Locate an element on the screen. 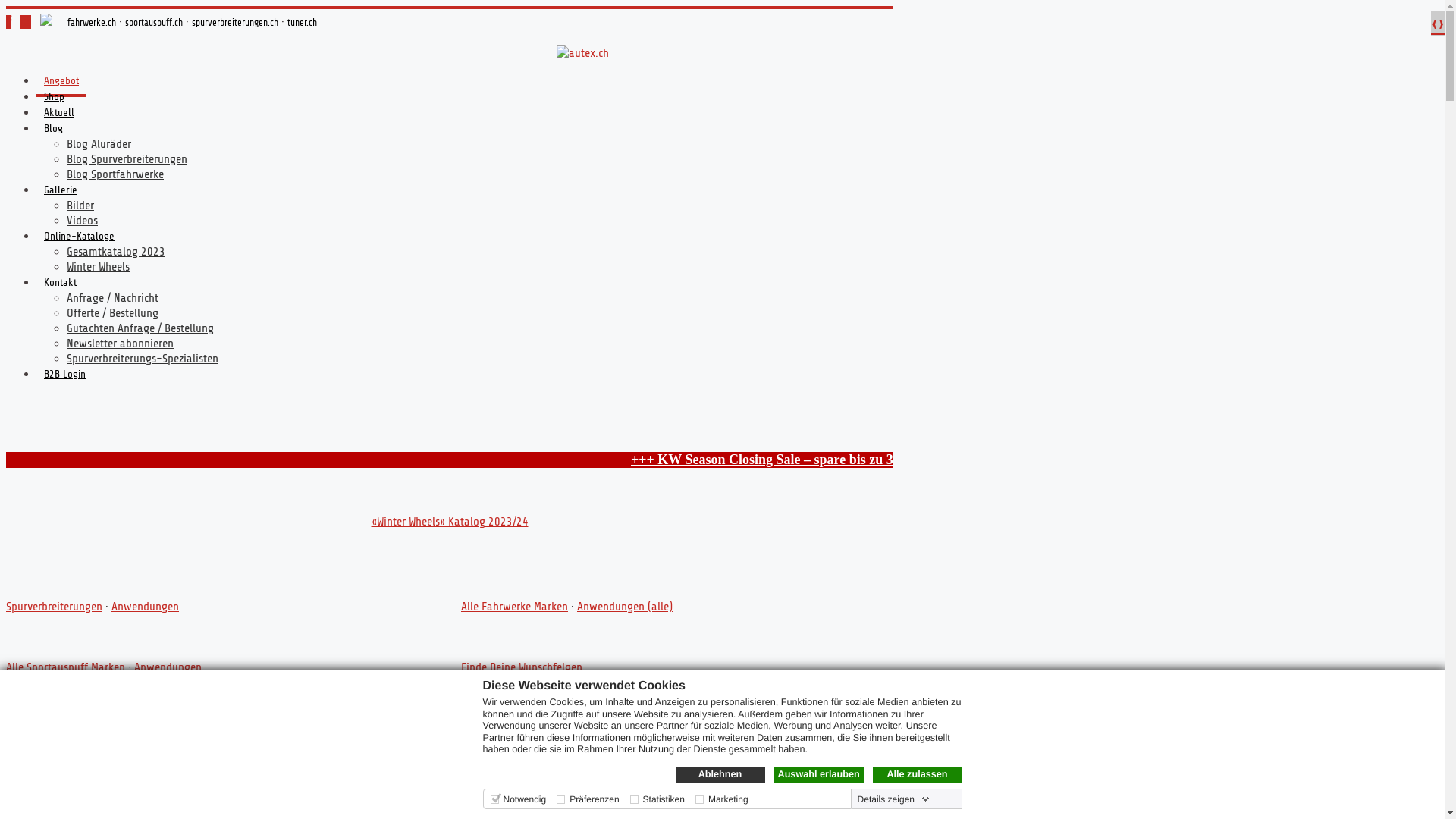 This screenshot has height=819, width=1456. 'Alle Sportauspuff Marken' is located at coordinates (64, 666).